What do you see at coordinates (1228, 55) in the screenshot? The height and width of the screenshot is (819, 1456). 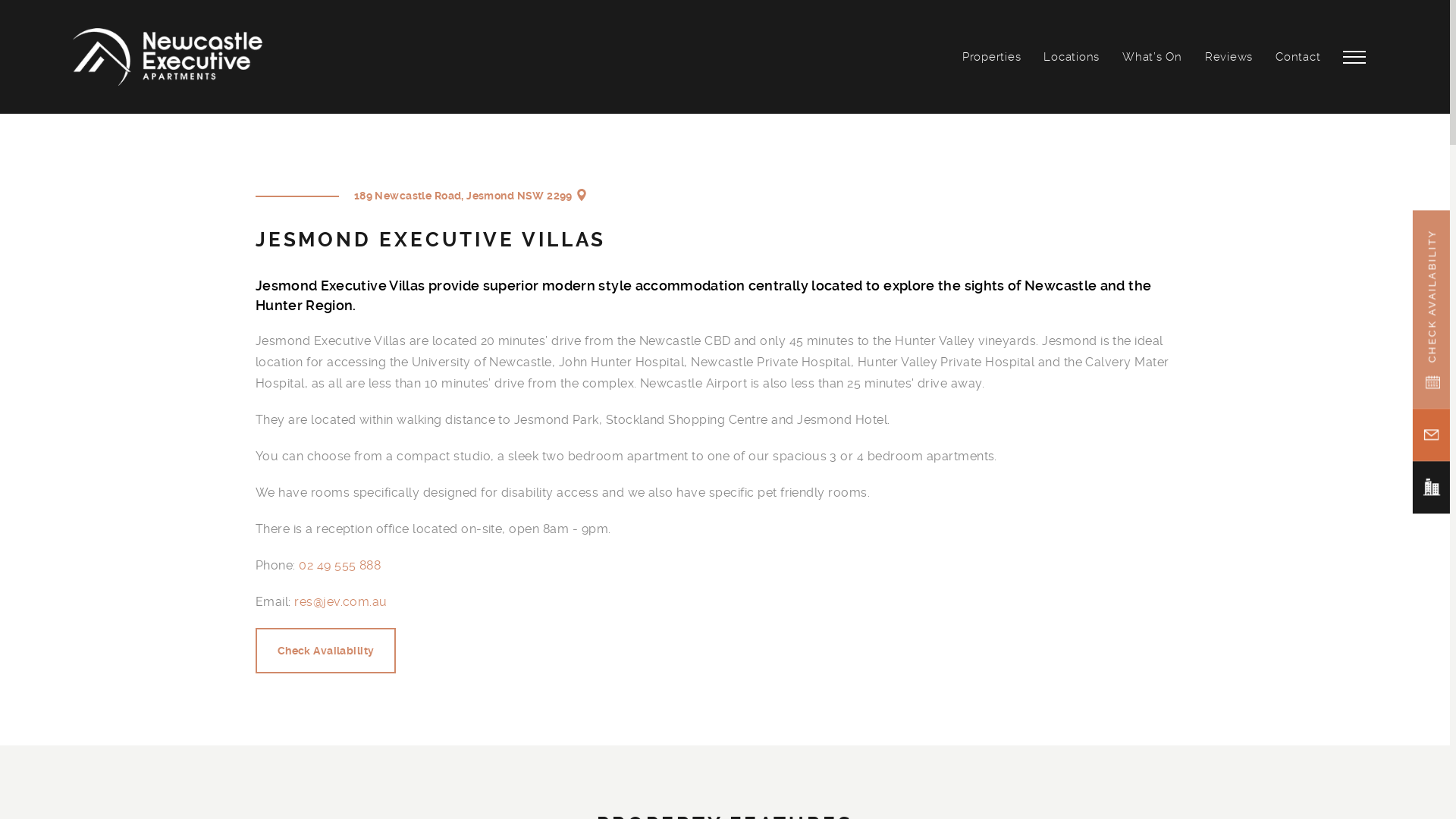 I see `'Reviews'` at bounding box center [1228, 55].